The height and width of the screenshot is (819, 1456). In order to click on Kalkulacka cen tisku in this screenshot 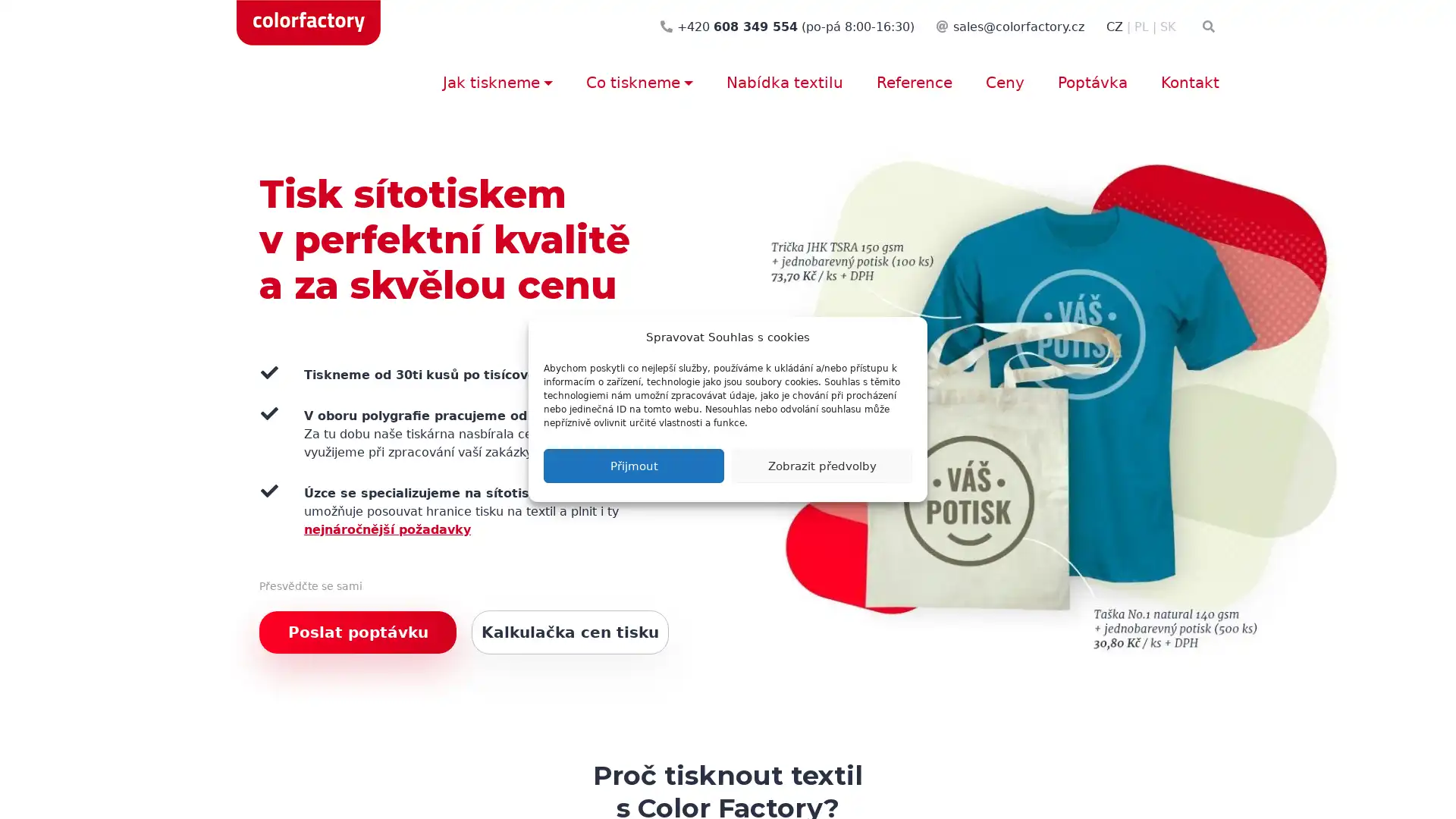, I will do `click(570, 632)`.